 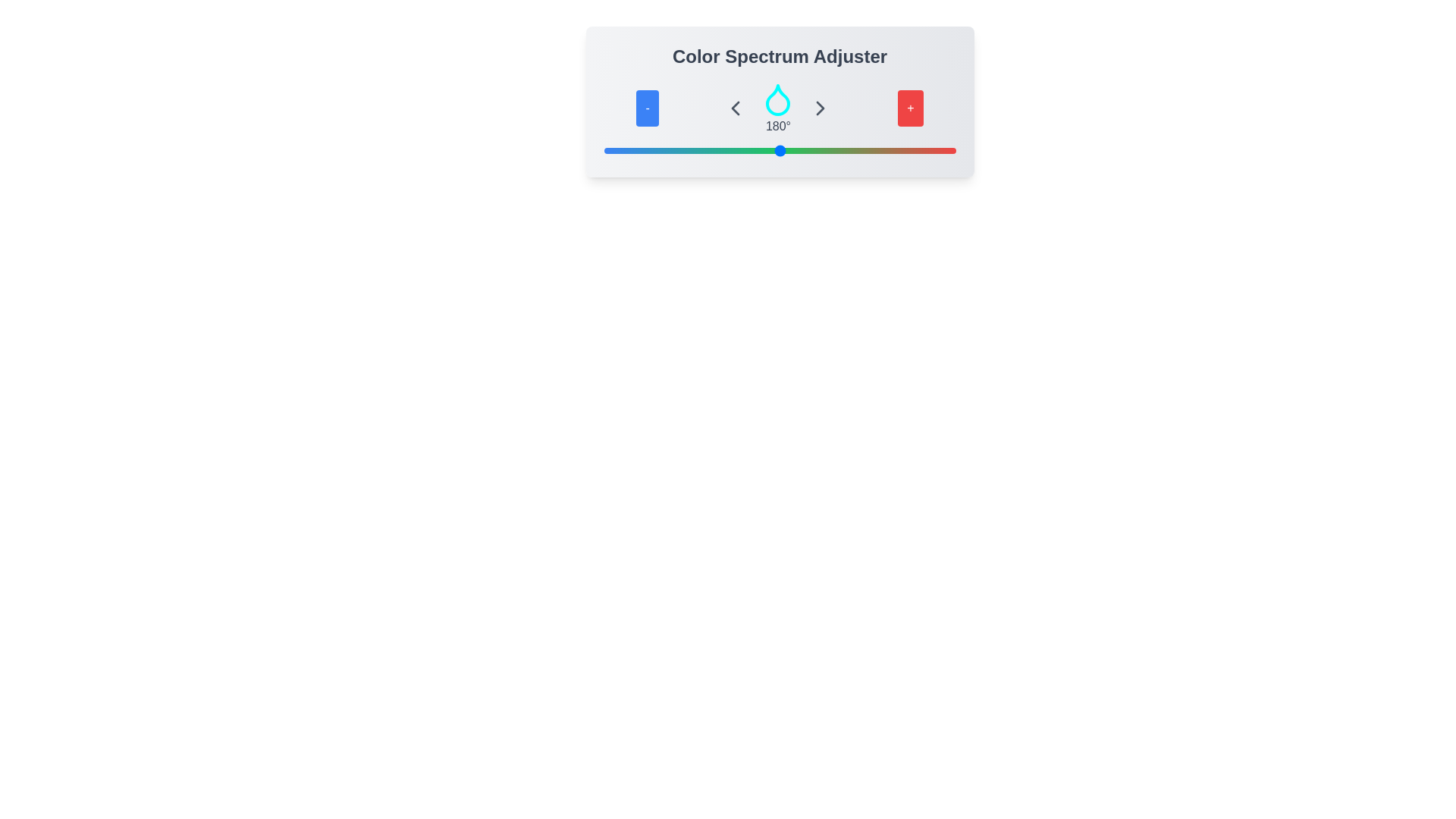 I want to click on the slider to set the color spectrum to 249, so click(x=846, y=151).